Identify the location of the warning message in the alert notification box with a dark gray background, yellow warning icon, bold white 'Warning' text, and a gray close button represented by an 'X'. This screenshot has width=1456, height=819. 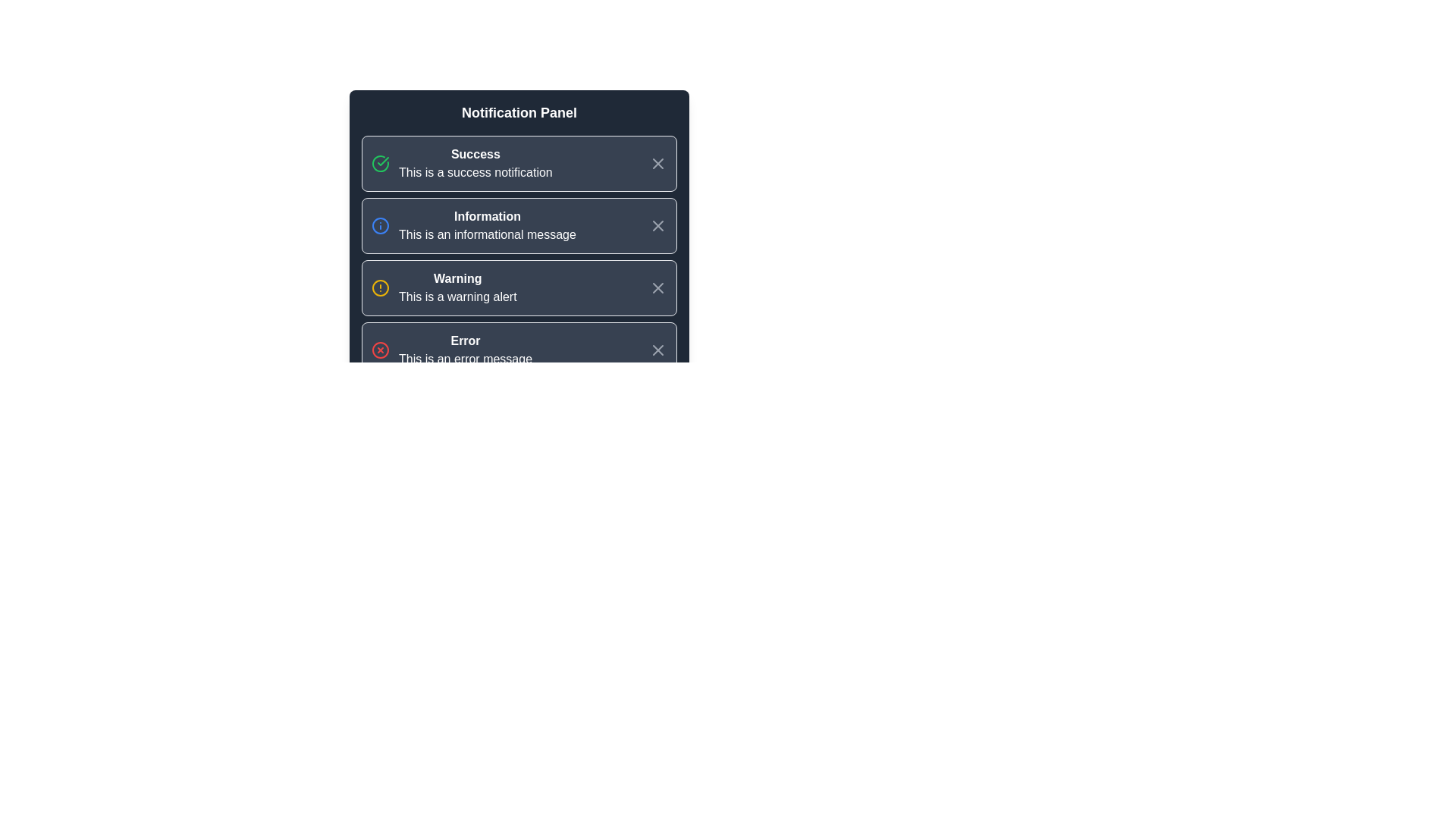
(519, 288).